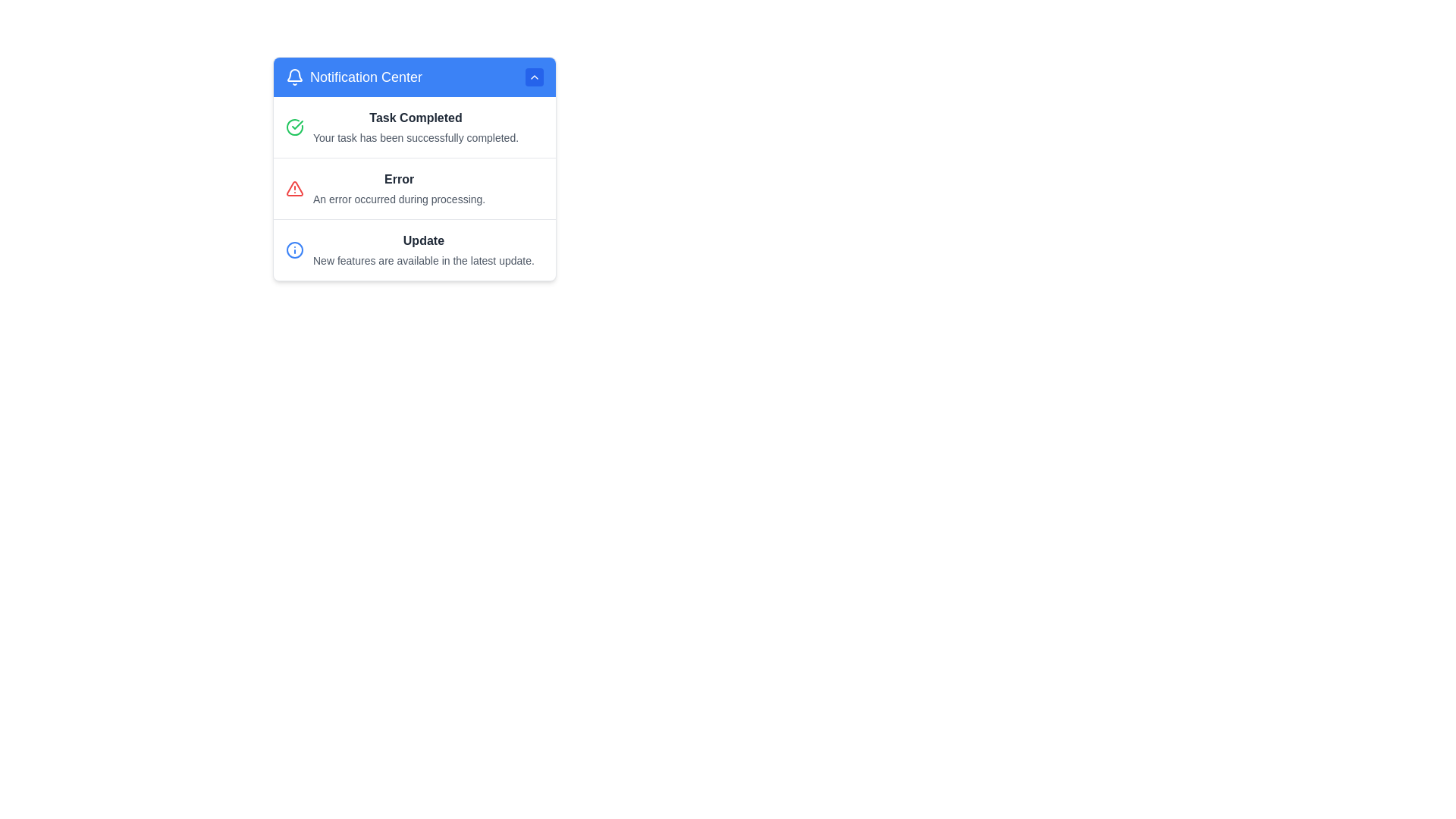 The width and height of the screenshot is (1456, 819). What do you see at coordinates (415, 127) in the screenshot?
I see `the Notification Item that contains a green circle-check icon and the text 'Task Completed'` at bounding box center [415, 127].